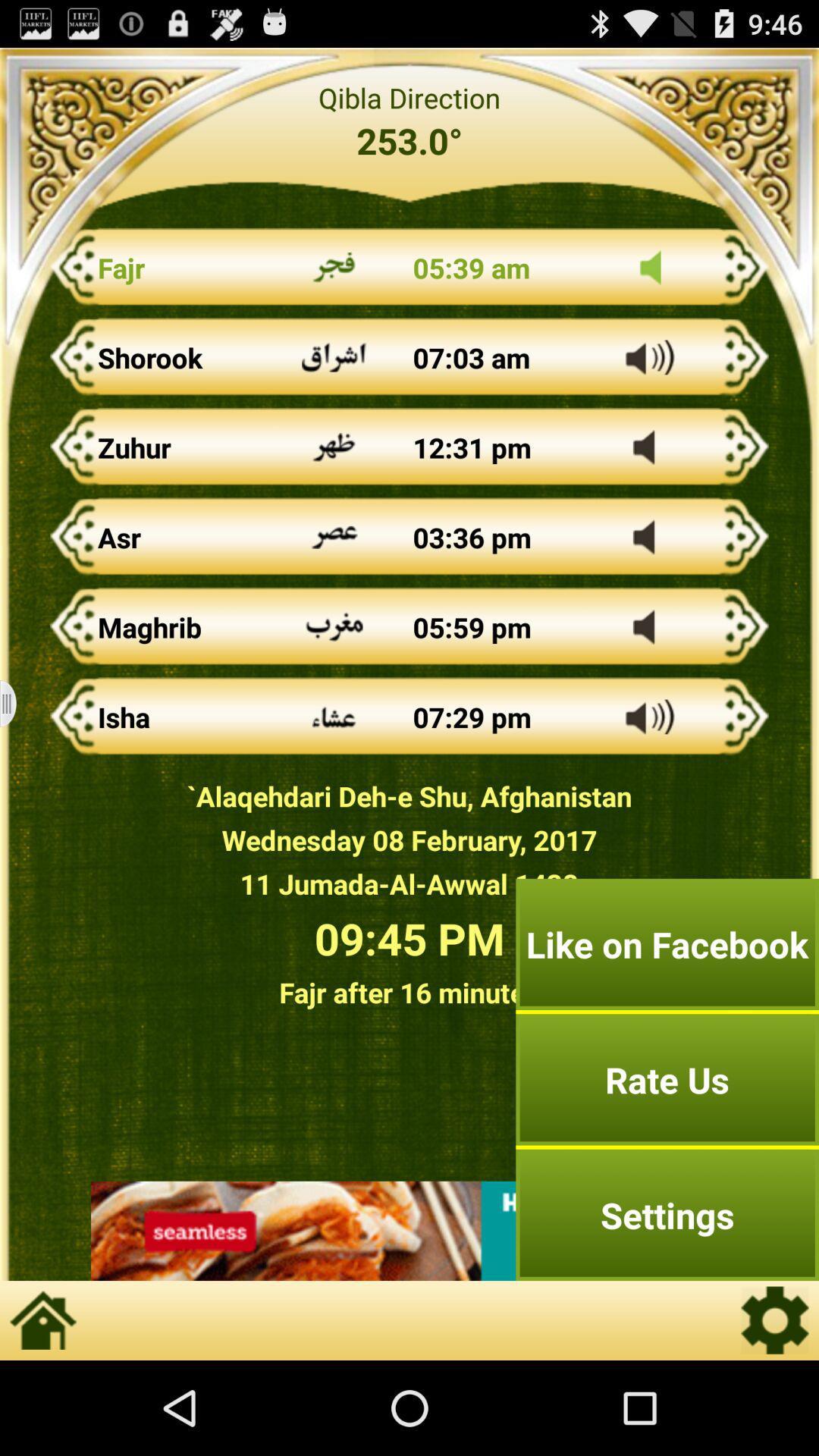 This screenshot has height=1456, width=819. Describe the element at coordinates (409, 1231) in the screenshot. I see `advertisement` at that location.